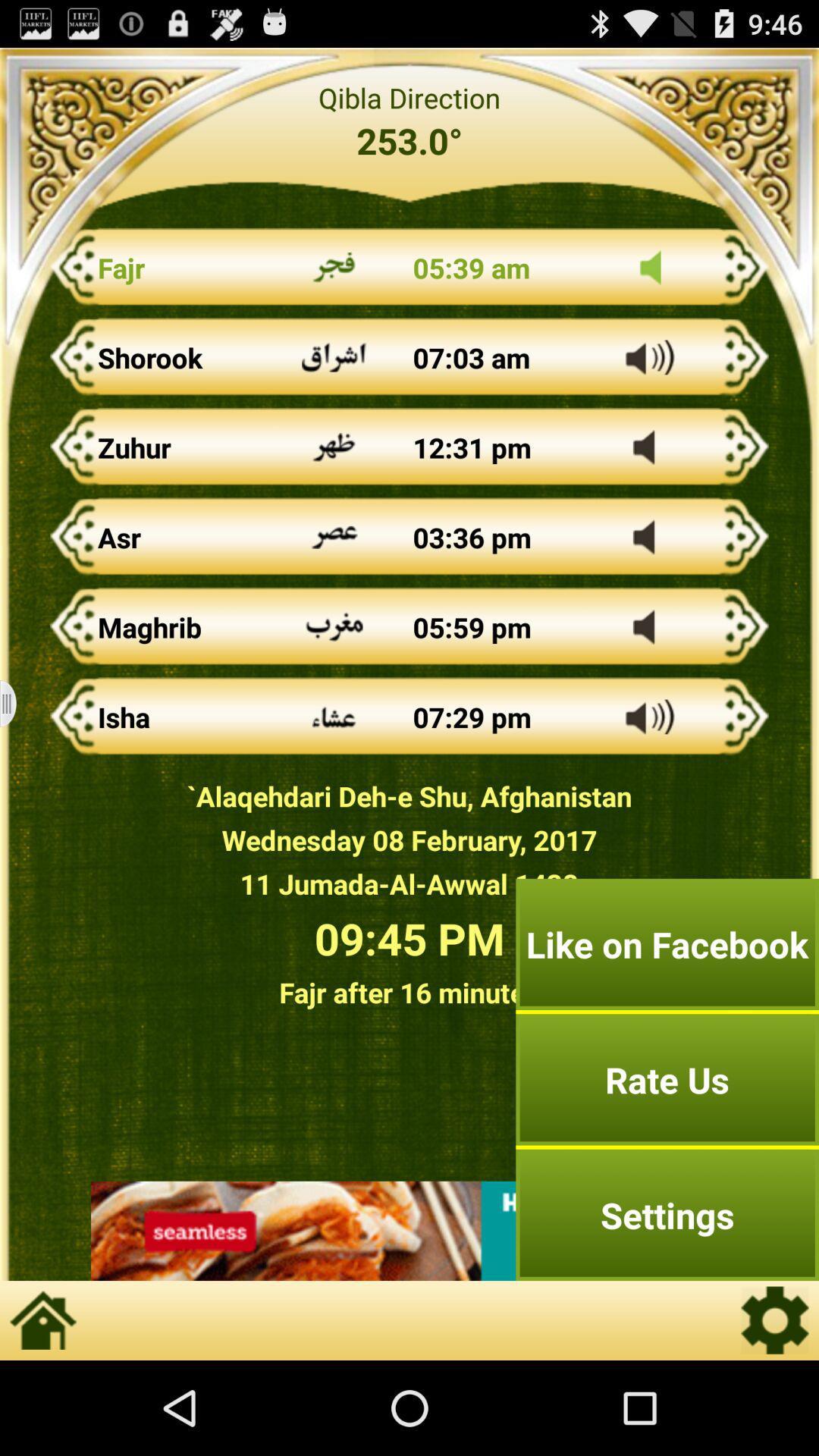 This screenshot has height=1456, width=819. Describe the element at coordinates (409, 1231) in the screenshot. I see `advertisement` at that location.